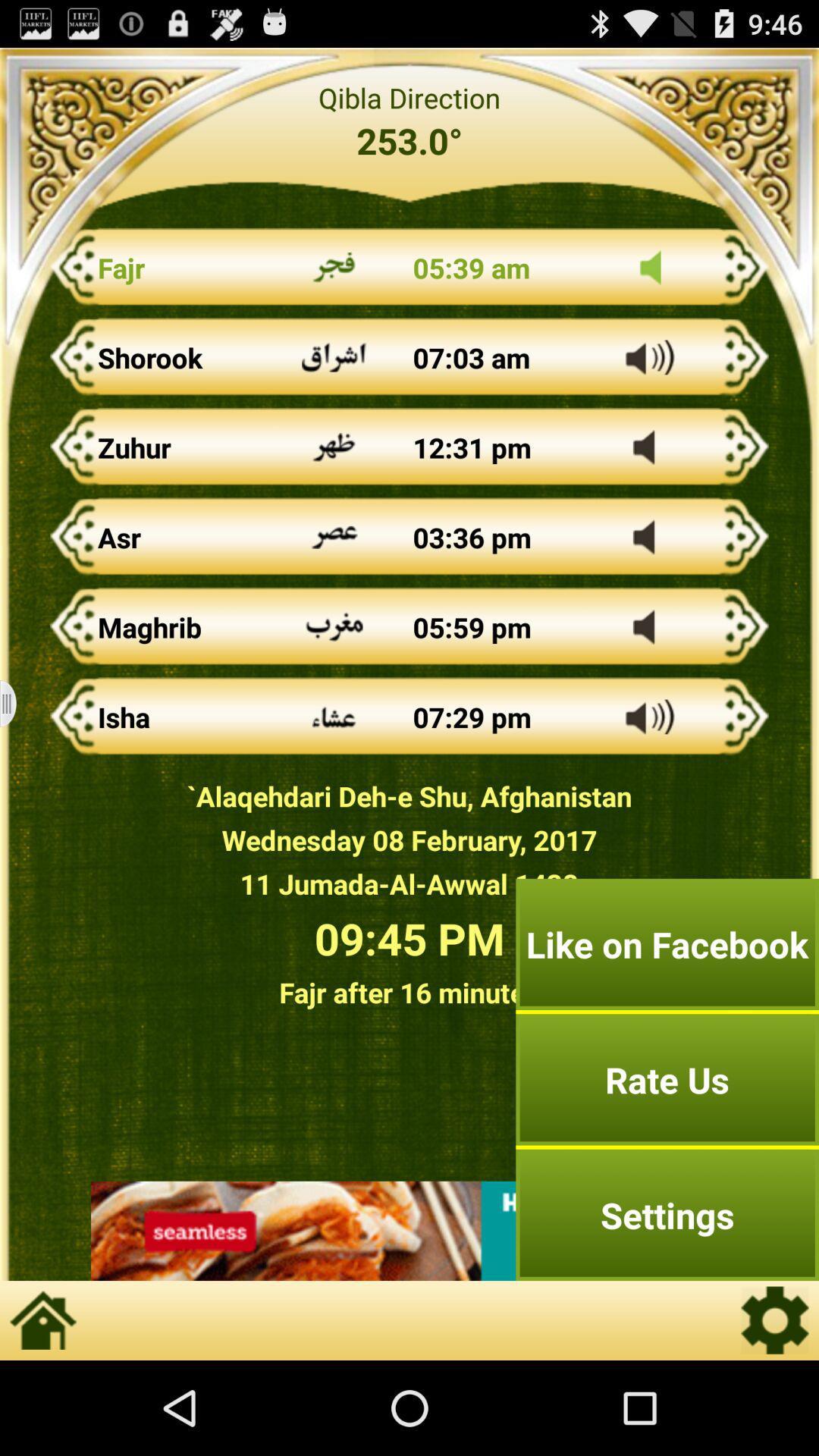 This screenshot has height=1456, width=819. Describe the element at coordinates (409, 1231) in the screenshot. I see `advertisement` at that location.